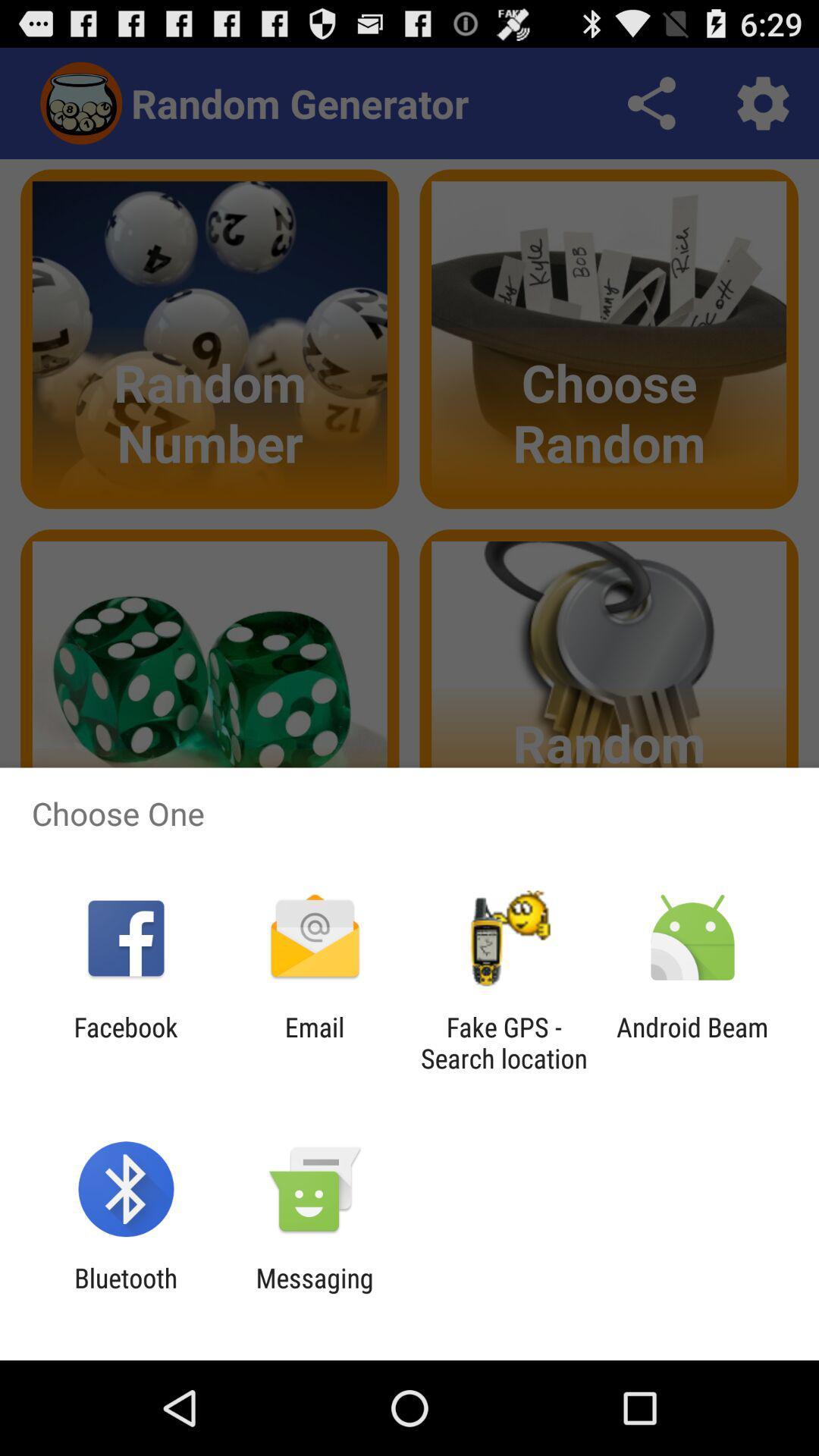  What do you see at coordinates (504, 1042) in the screenshot?
I see `the item next to the android beam` at bounding box center [504, 1042].